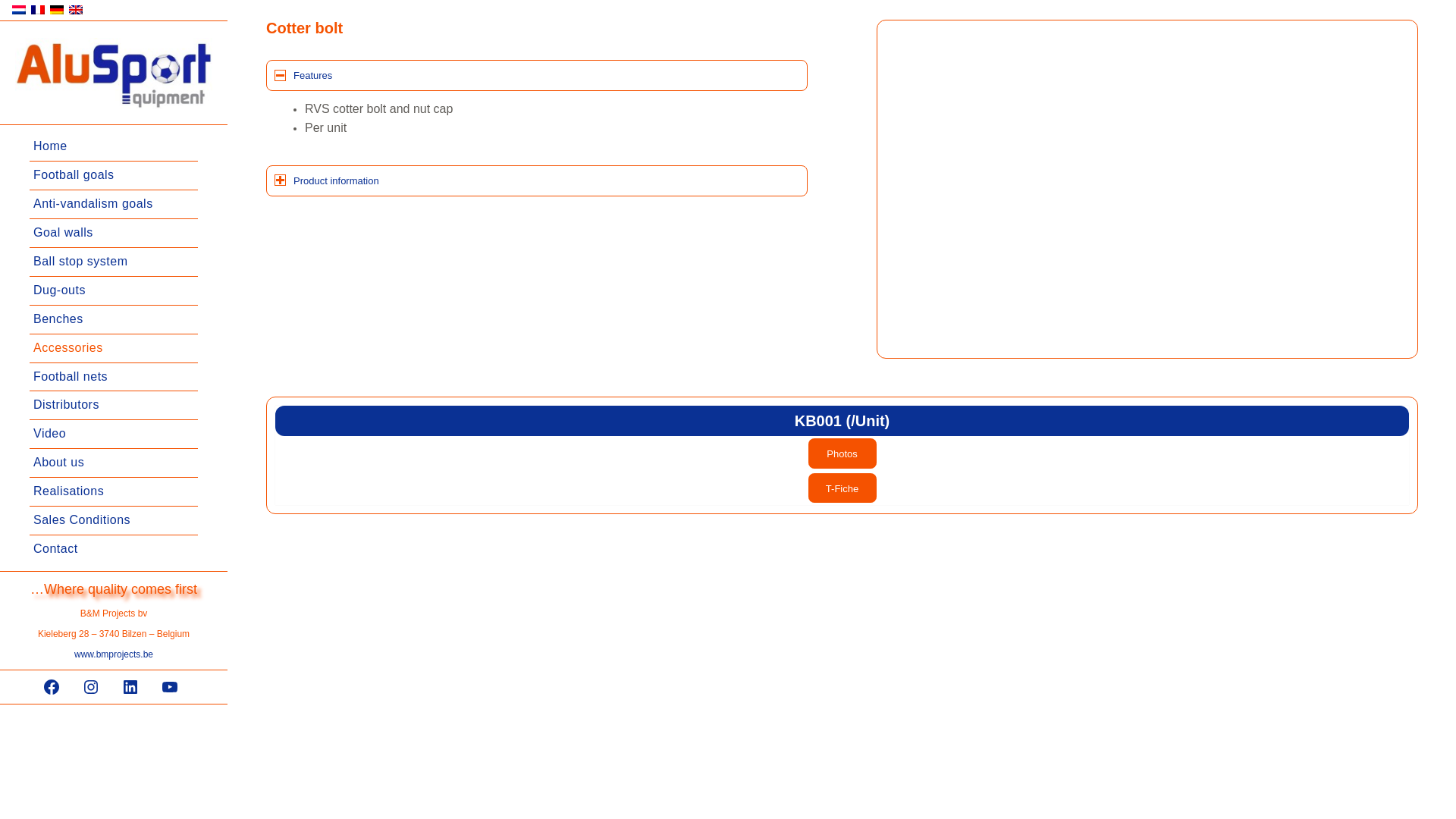  I want to click on 'Photos', so click(841, 452).